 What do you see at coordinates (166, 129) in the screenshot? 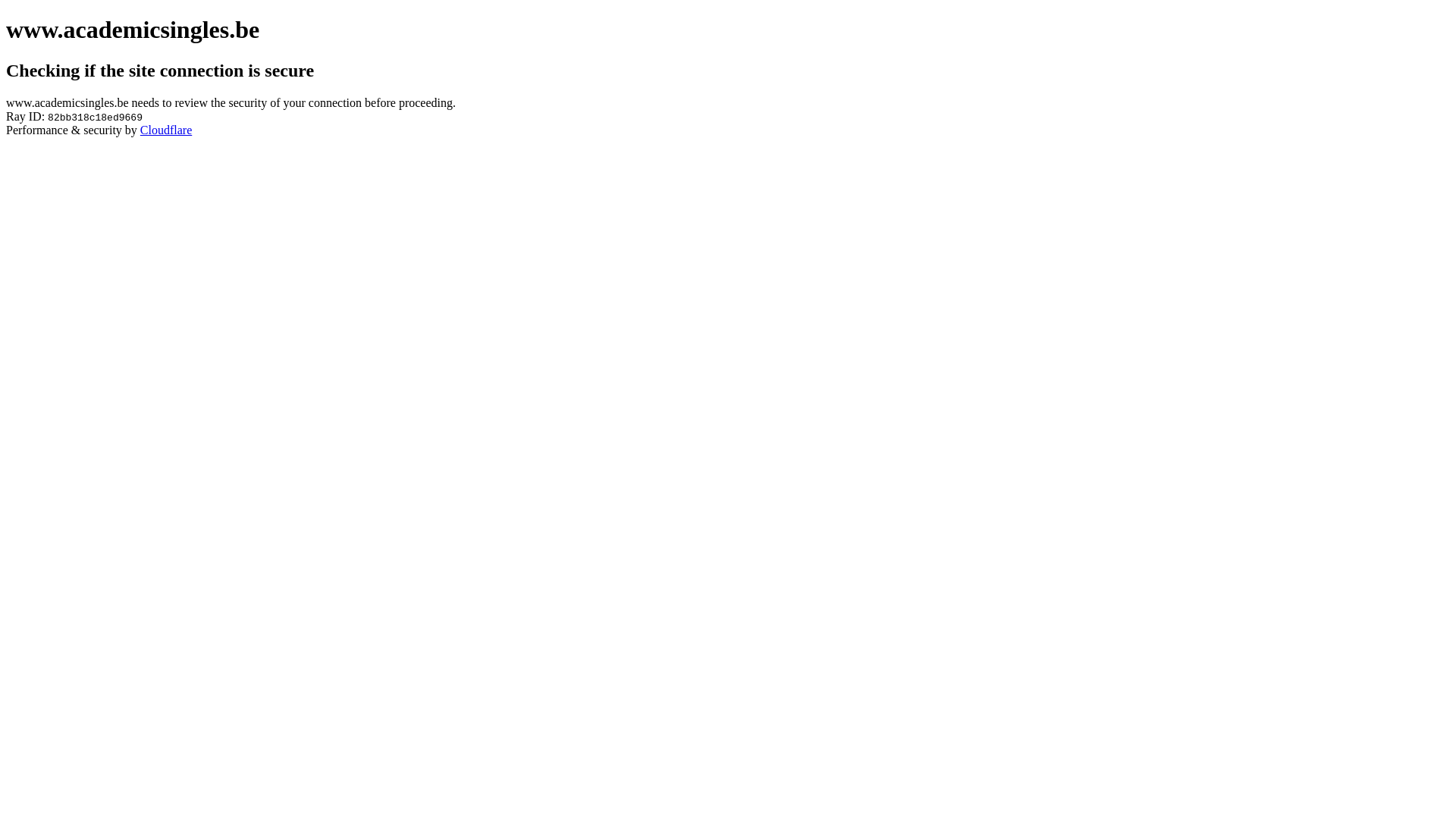
I see `'Cloudflare'` at bounding box center [166, 129].